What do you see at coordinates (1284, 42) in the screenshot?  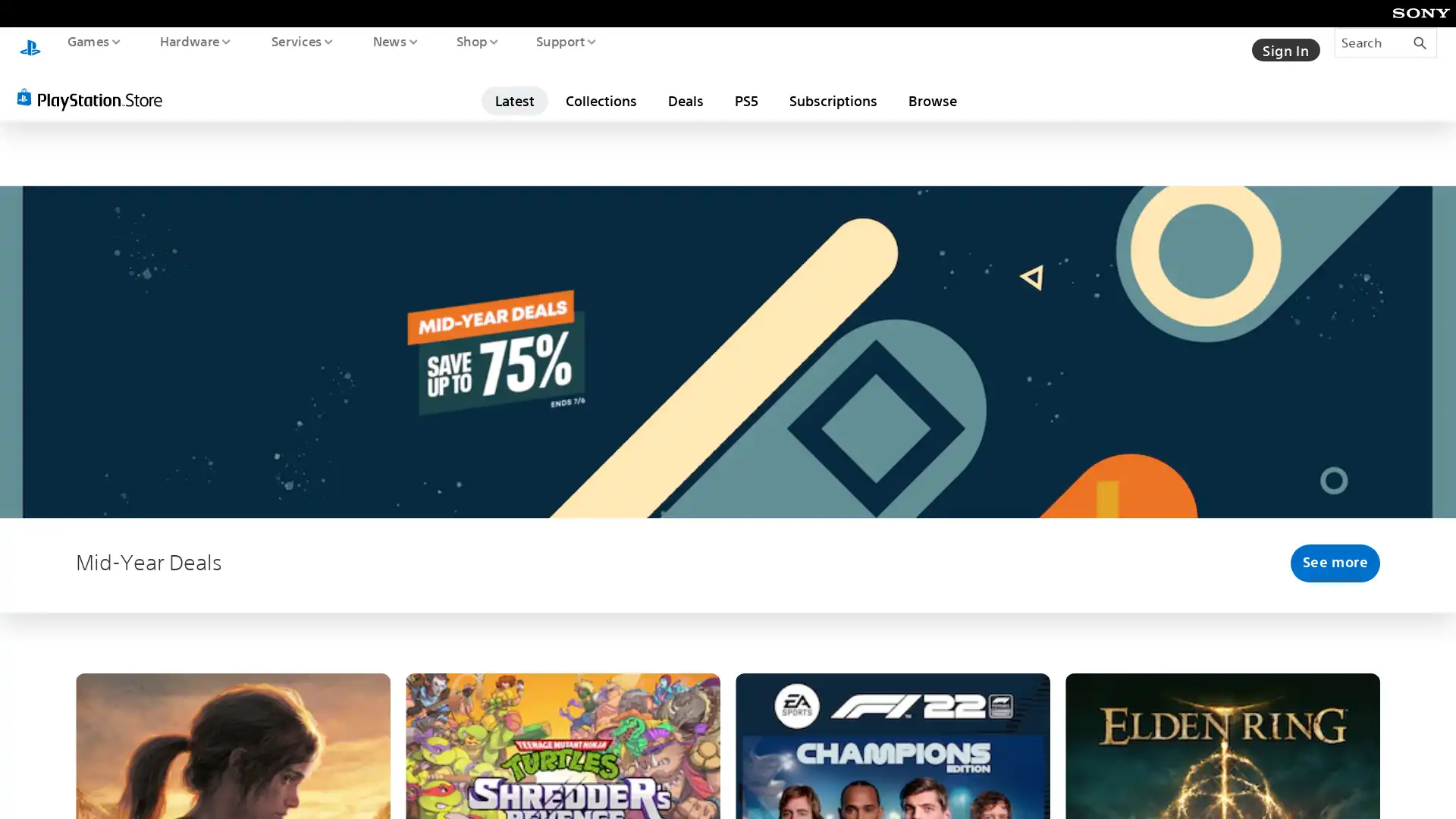 I see `Sign In` at bounding box center [1284, 42].